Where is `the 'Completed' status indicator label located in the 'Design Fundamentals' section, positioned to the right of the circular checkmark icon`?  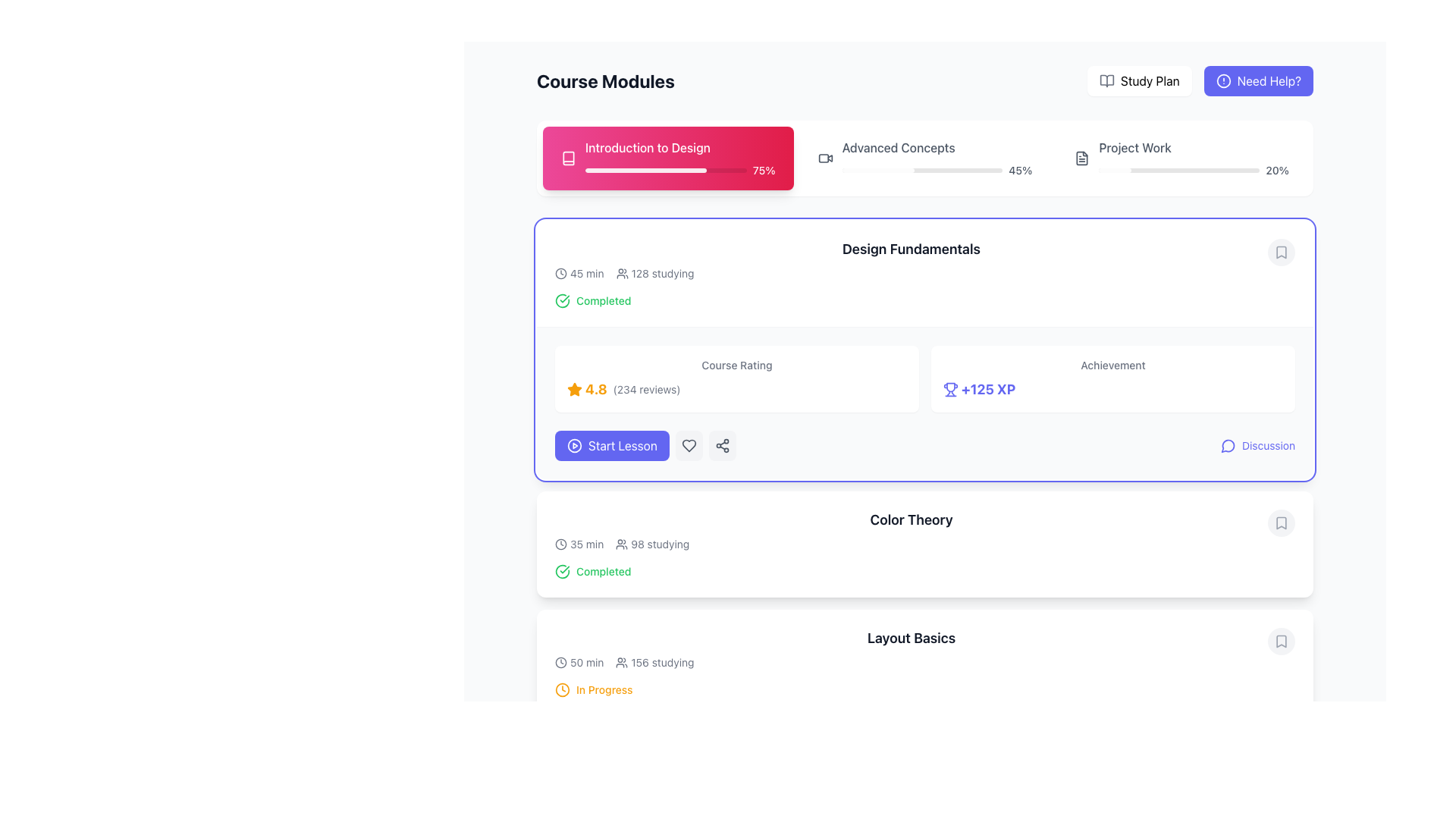 the 'Completed' status indicator label located in the 'Design Fundamentals' section, positioned to the right of the circular checkmark icon is located at coordinates (603, 301).